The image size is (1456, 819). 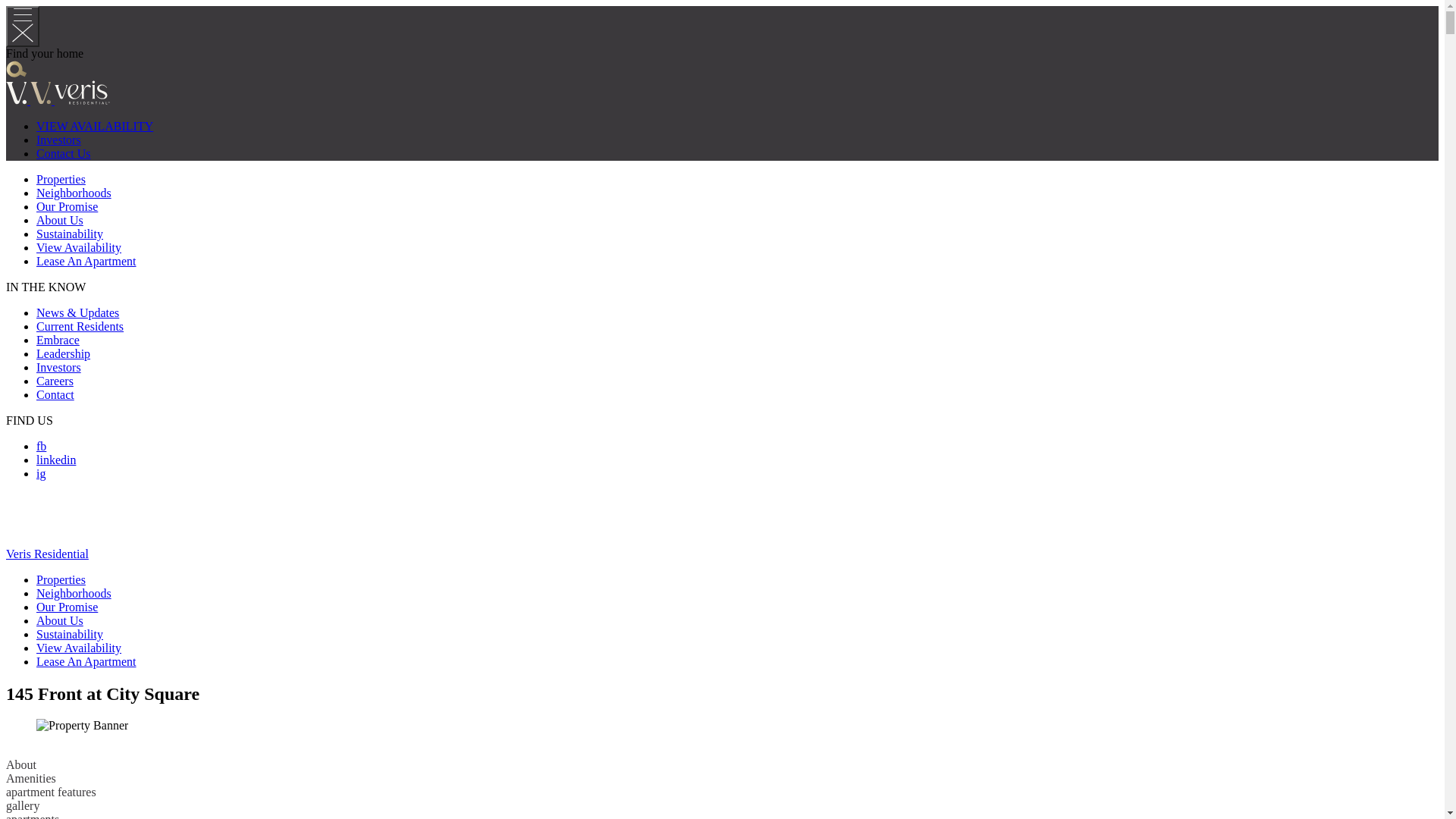 I want to click on 'Current Residents', so click(x=79, y=325).